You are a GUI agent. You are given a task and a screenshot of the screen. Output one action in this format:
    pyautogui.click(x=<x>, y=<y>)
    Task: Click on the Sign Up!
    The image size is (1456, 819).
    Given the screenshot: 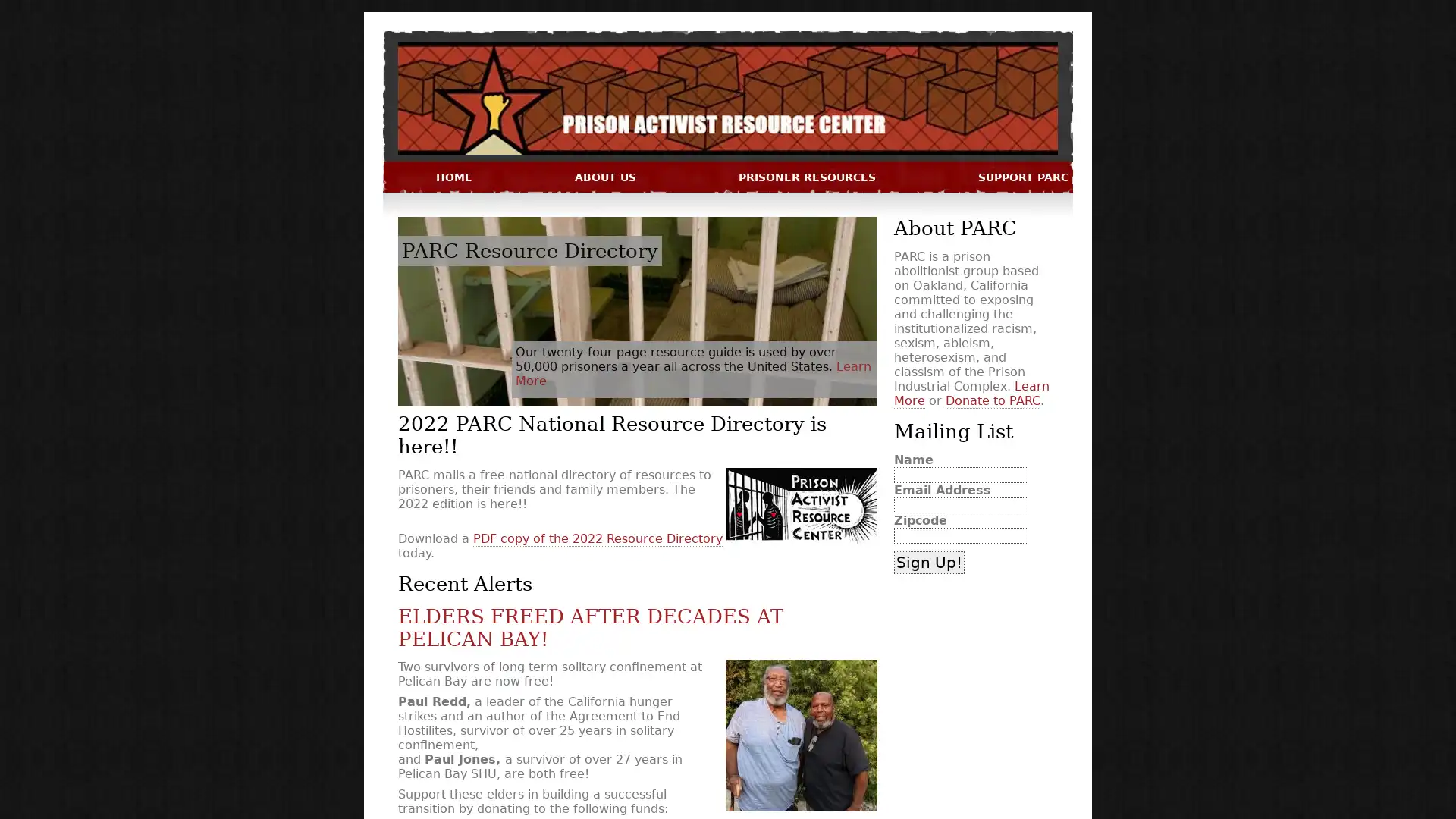 What is the action you would take?
    pyautogui.click(x=927, y=561)
    